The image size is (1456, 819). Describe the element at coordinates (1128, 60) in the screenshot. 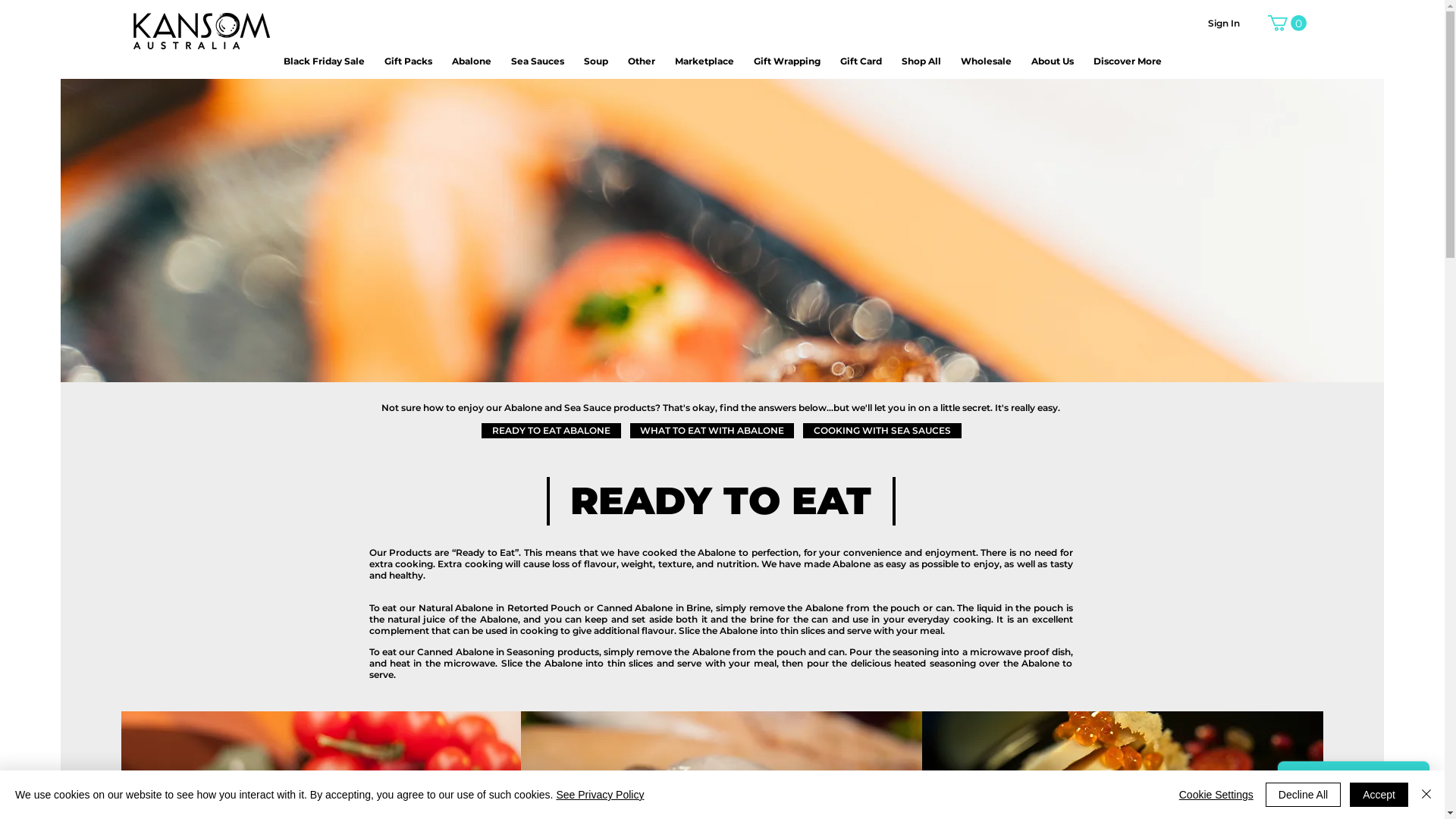

I see `'Discover More'` at that location.